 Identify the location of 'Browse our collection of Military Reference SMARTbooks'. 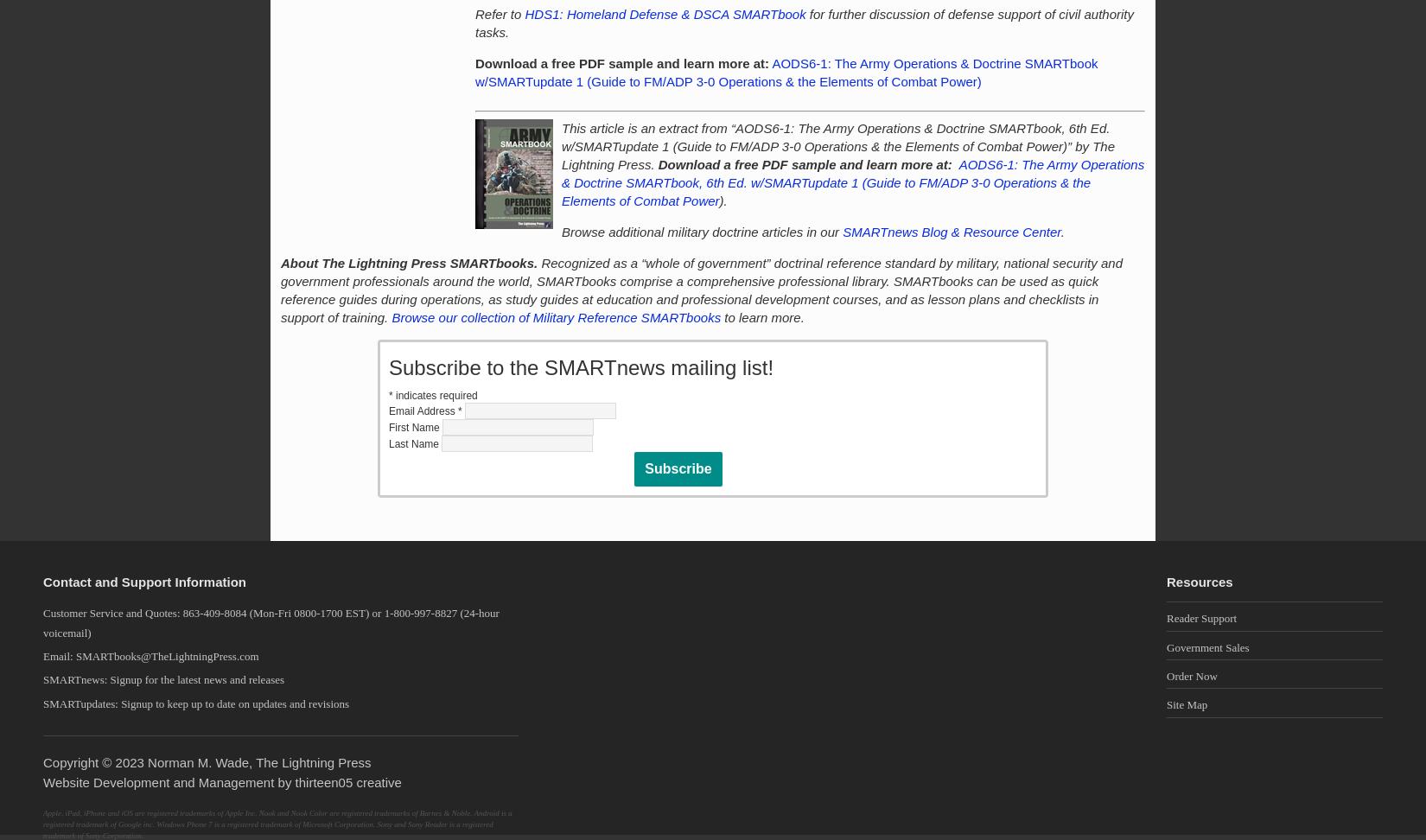
(555, 317).